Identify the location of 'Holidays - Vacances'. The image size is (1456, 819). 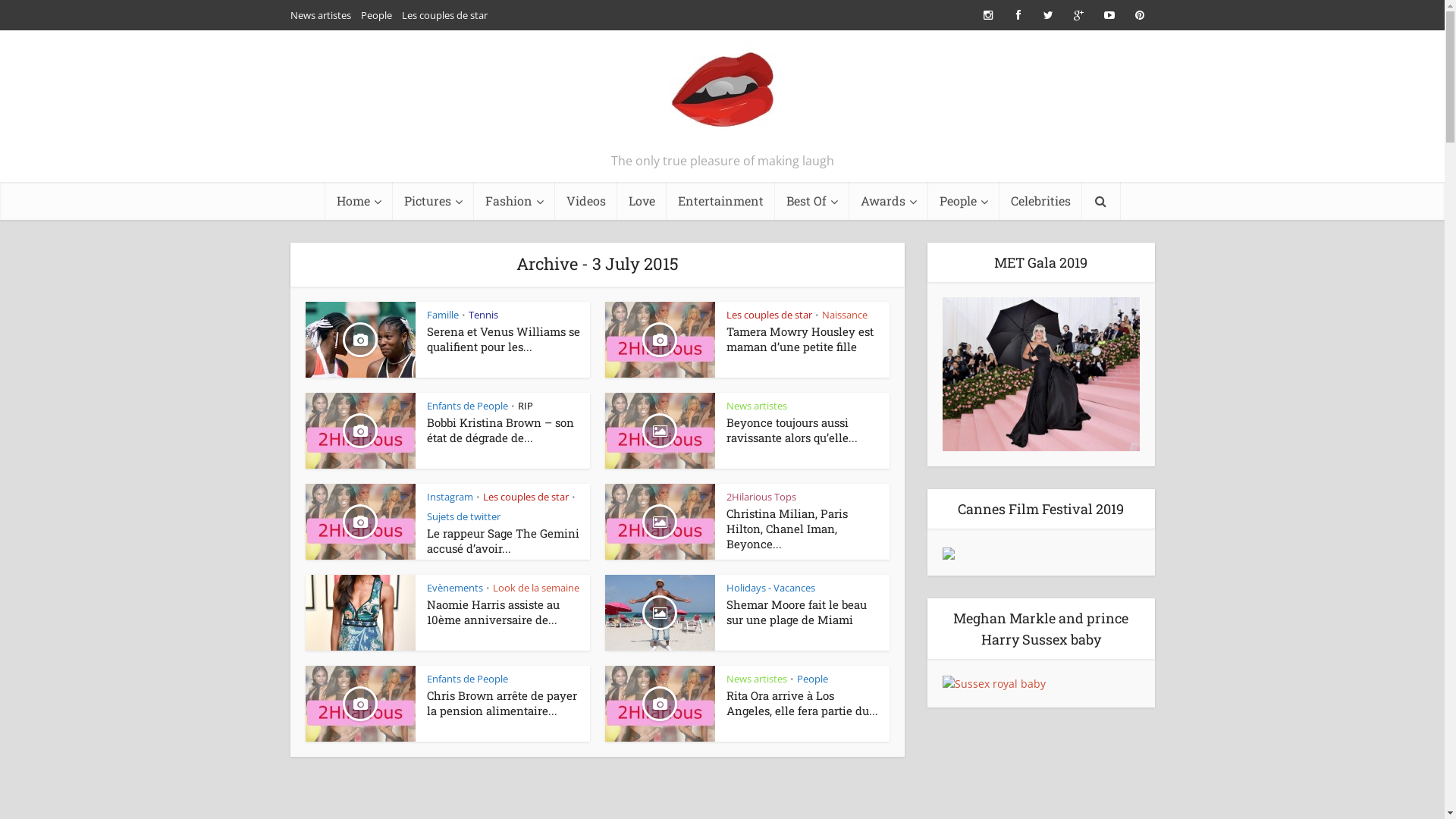
(726, 587).